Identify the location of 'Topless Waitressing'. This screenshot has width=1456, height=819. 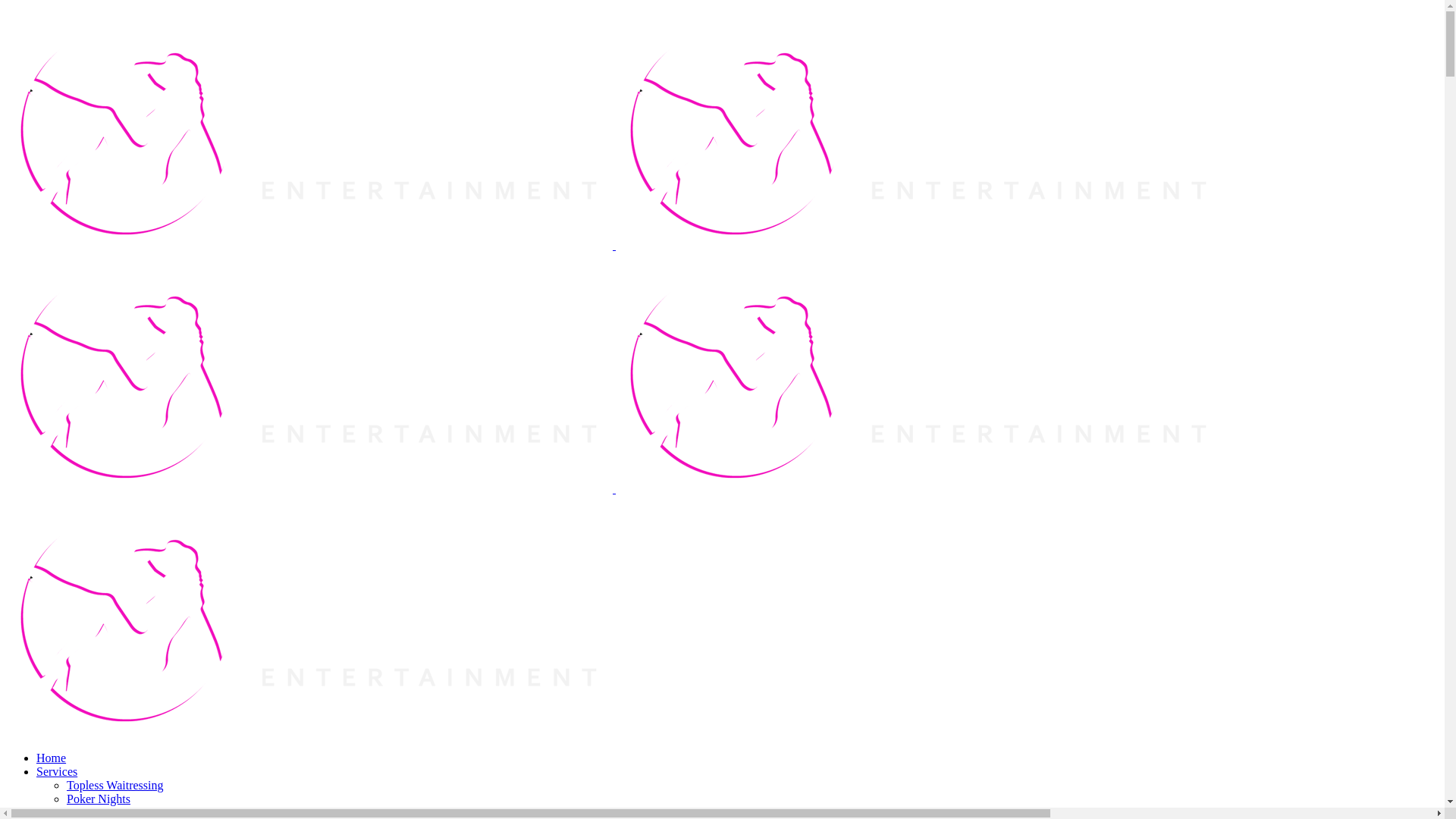
(115, 785).